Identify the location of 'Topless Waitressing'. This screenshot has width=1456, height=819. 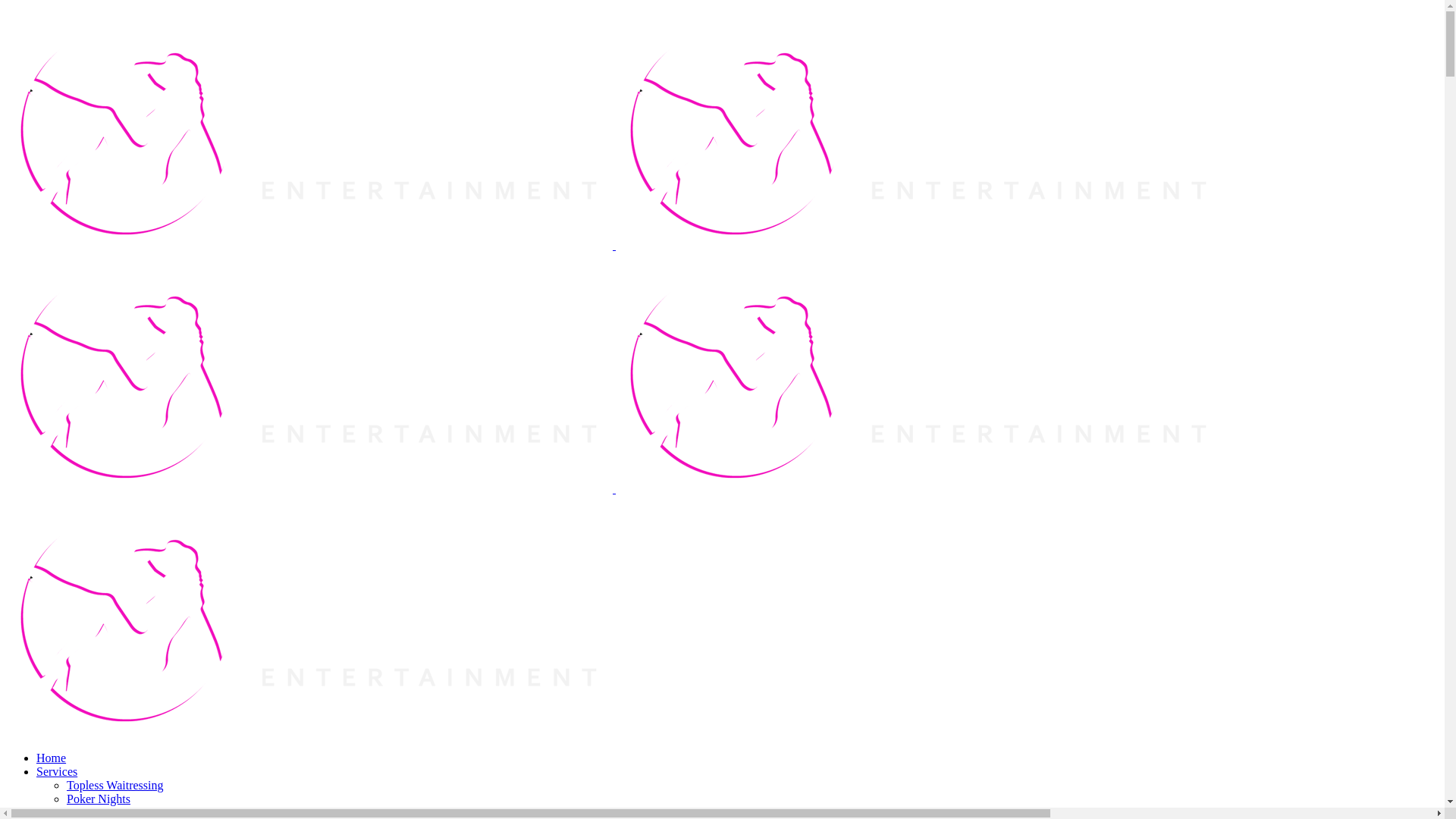
(115, 785).